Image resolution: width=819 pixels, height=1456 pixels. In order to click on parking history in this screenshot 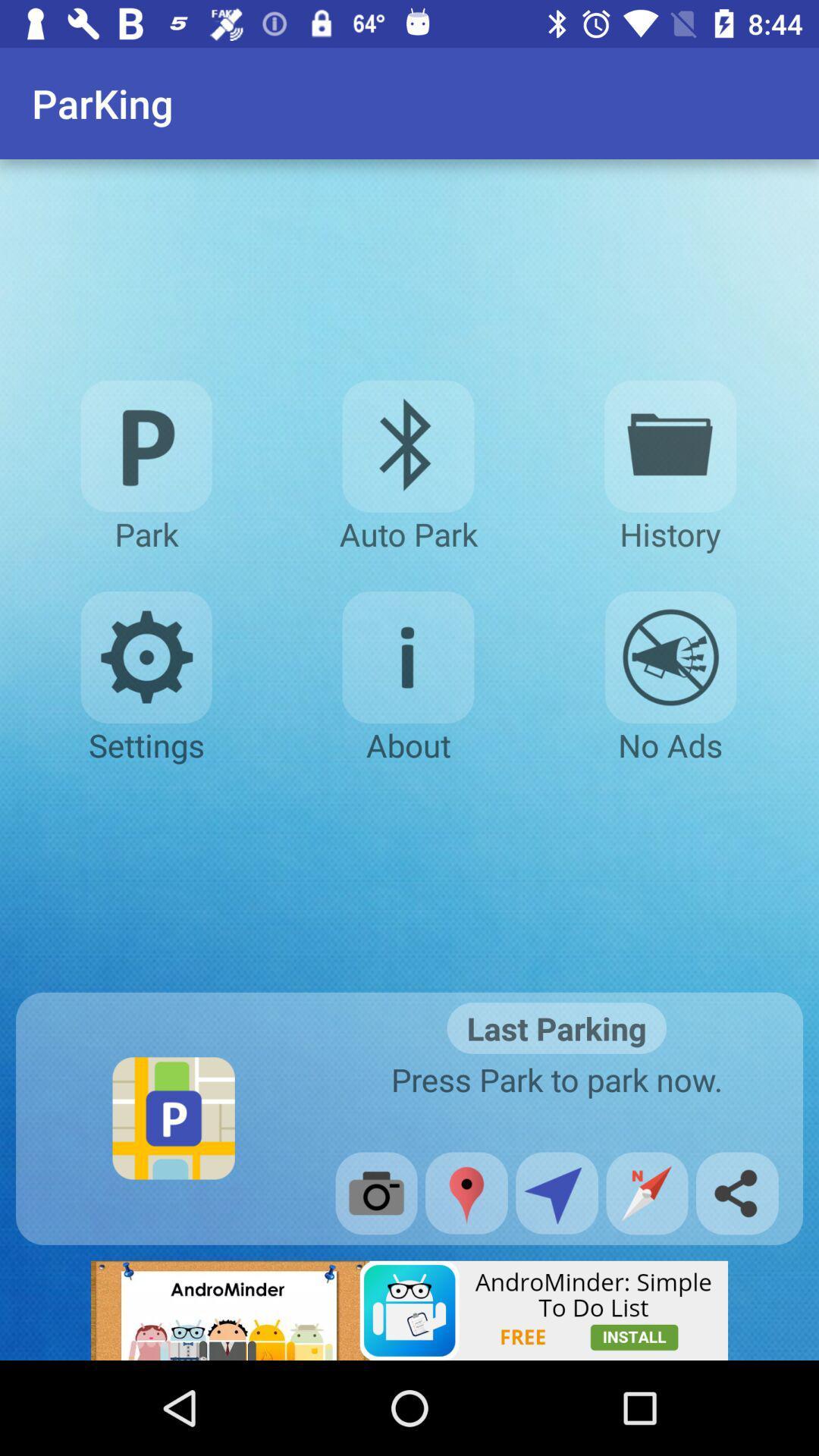, I will do `click(670, 445)`.